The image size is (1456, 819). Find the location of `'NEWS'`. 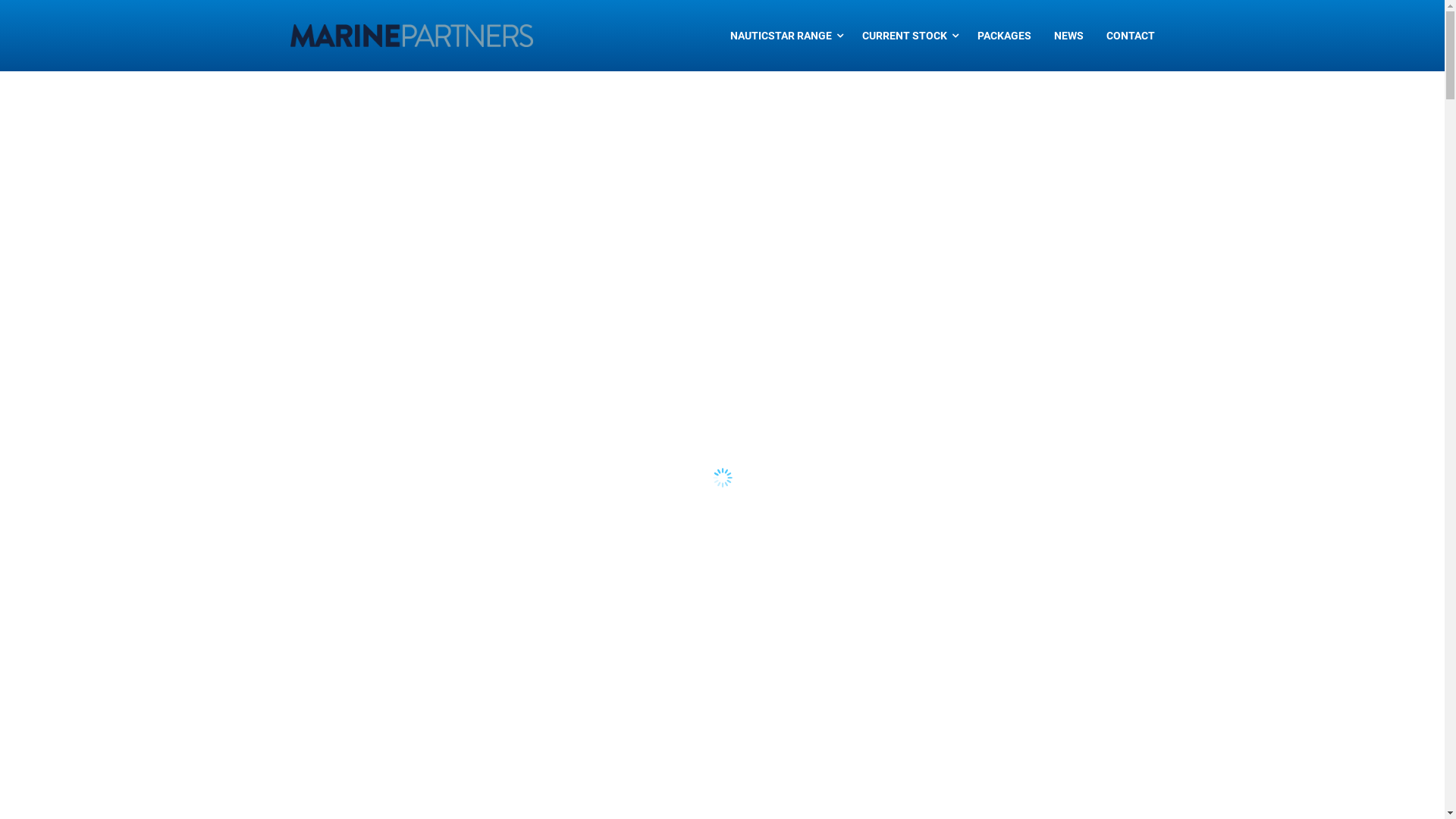

'NEWS' is located at coordinates (1040, 34).